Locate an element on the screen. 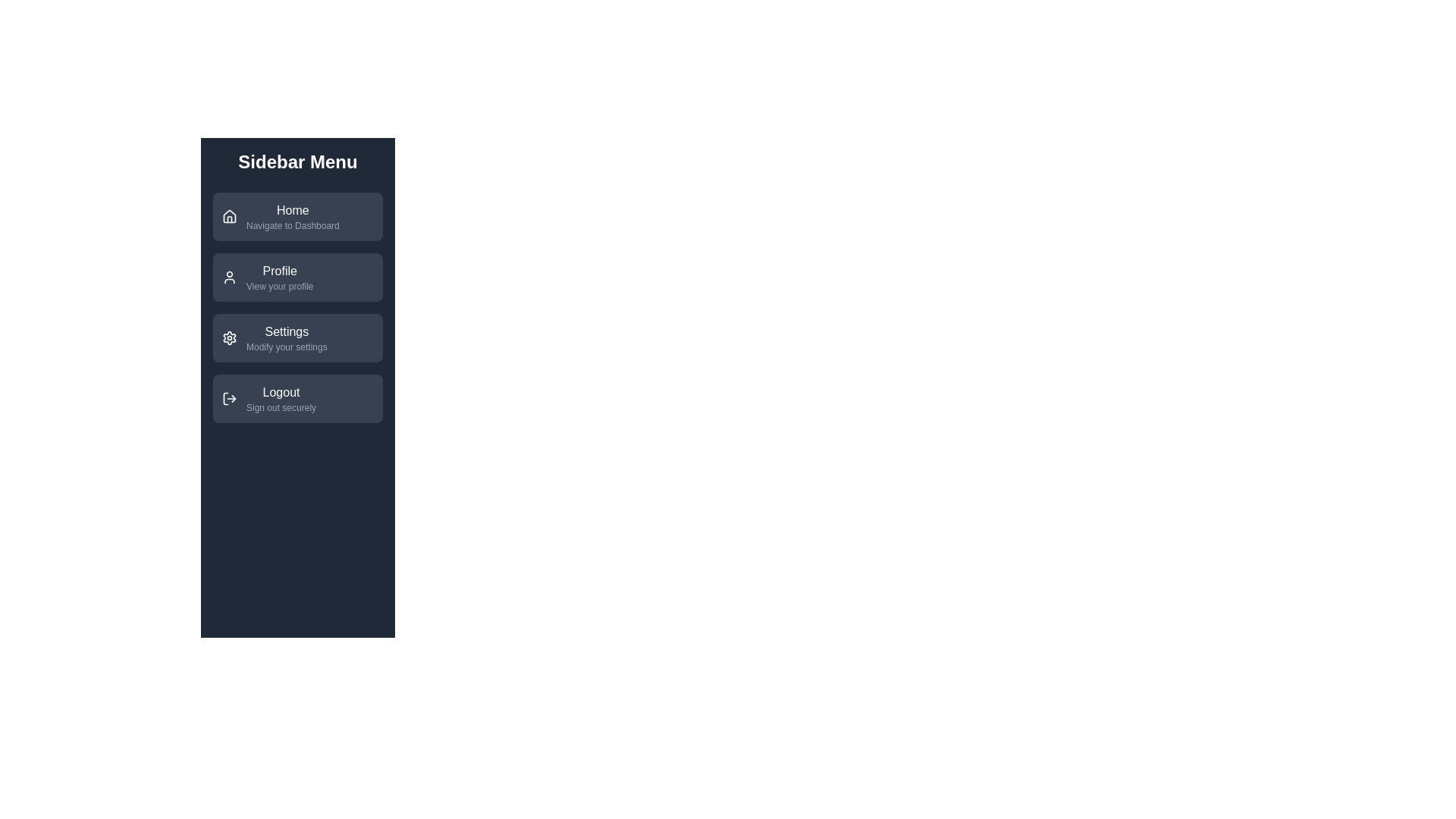  the menu item labeled Settings is located at coordinates (298, 337).